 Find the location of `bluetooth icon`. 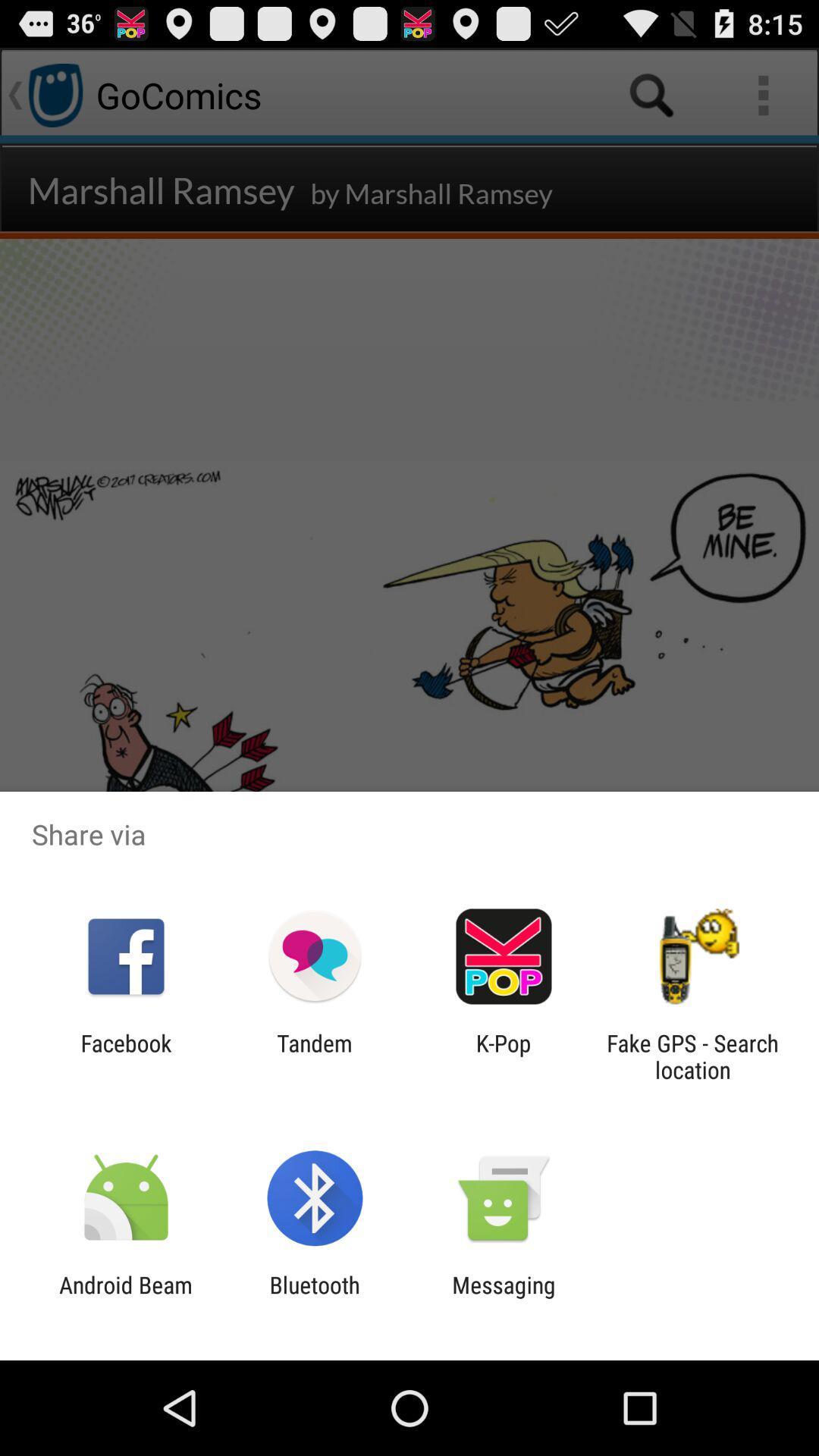

bluetooth icon is located at coordinates (314, 1298).